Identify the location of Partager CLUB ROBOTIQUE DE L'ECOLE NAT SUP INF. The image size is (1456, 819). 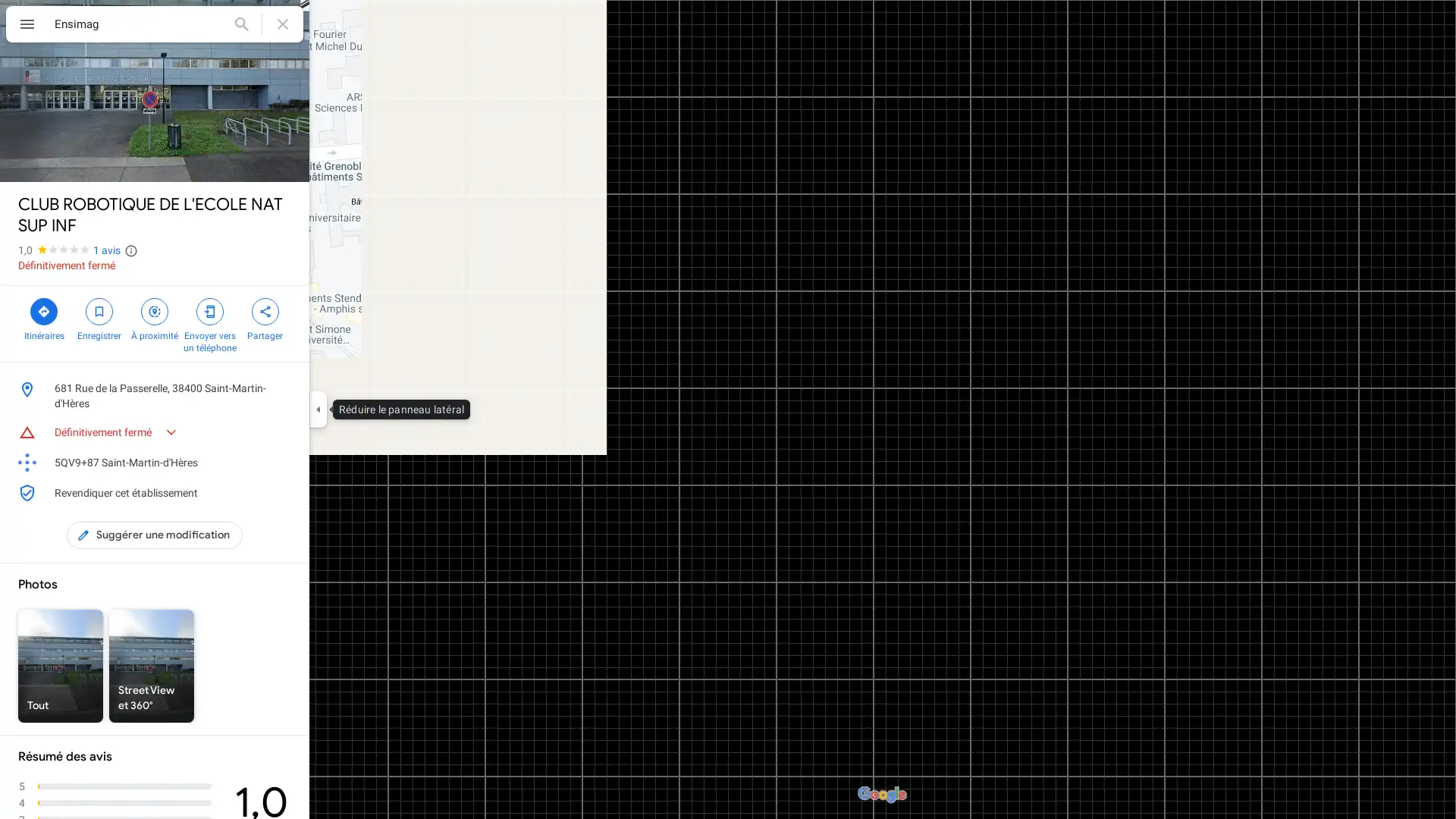
(265, 317).